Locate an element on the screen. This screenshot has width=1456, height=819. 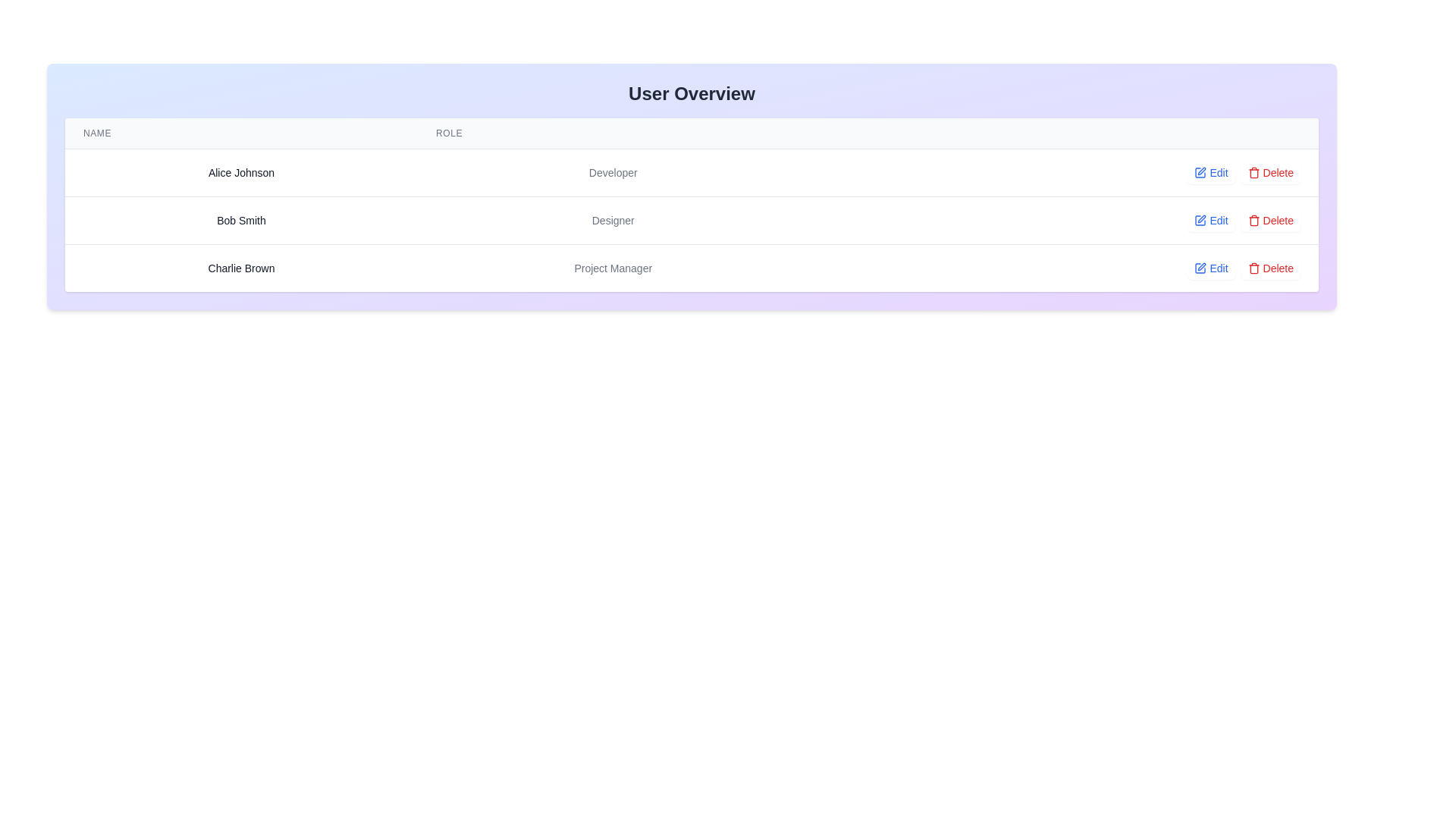
the 'Project Manager' text element located in the second cell of the third row in the table, which is in the 'Role' column and follows the 'Designer' entry is located at coordinates (613, 267).